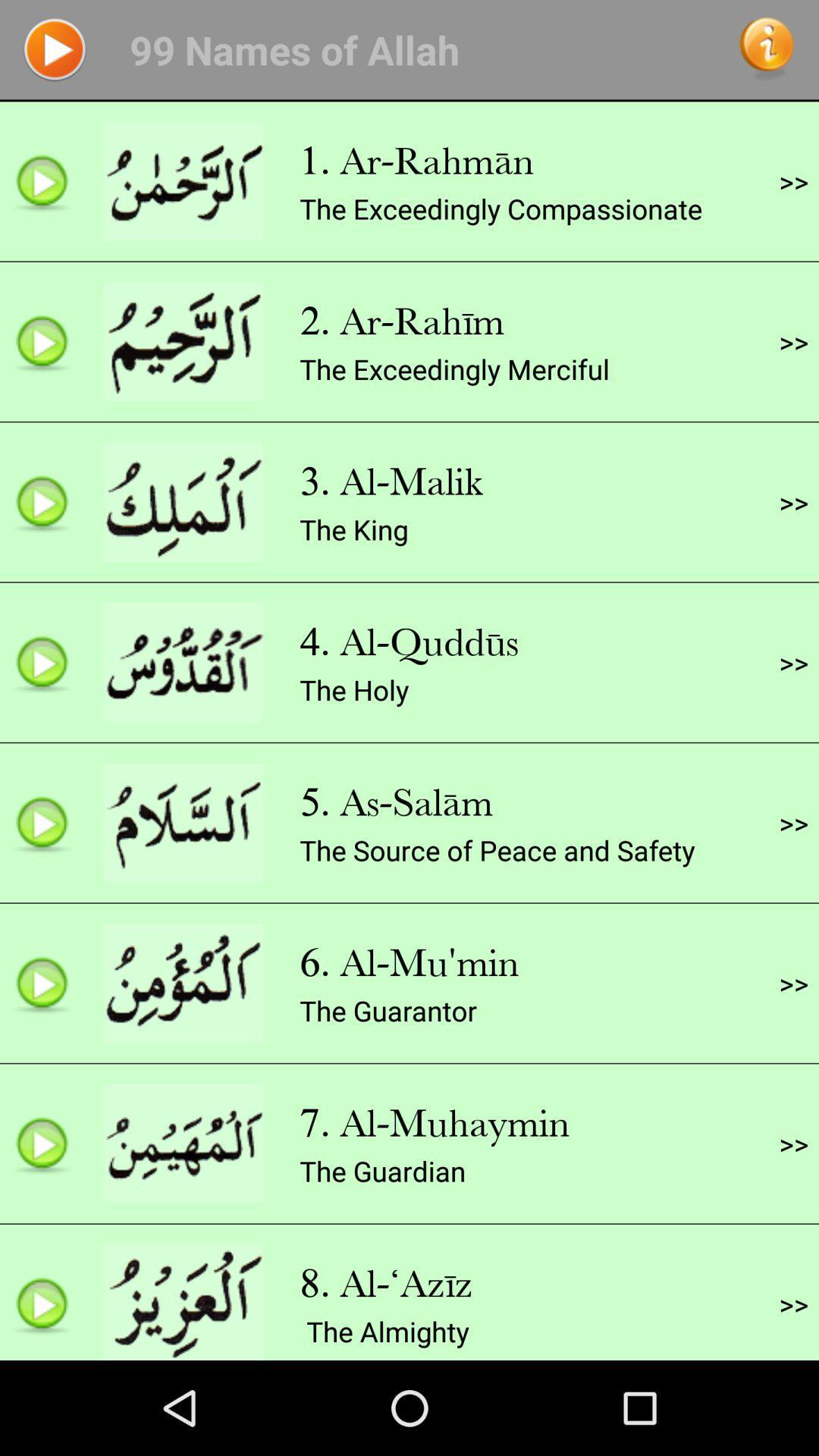 The height and width of the screenshot is (1456, 819). Describe the element at coordinates (354, 689) in the screenshot. I see `the holy app` at that location.